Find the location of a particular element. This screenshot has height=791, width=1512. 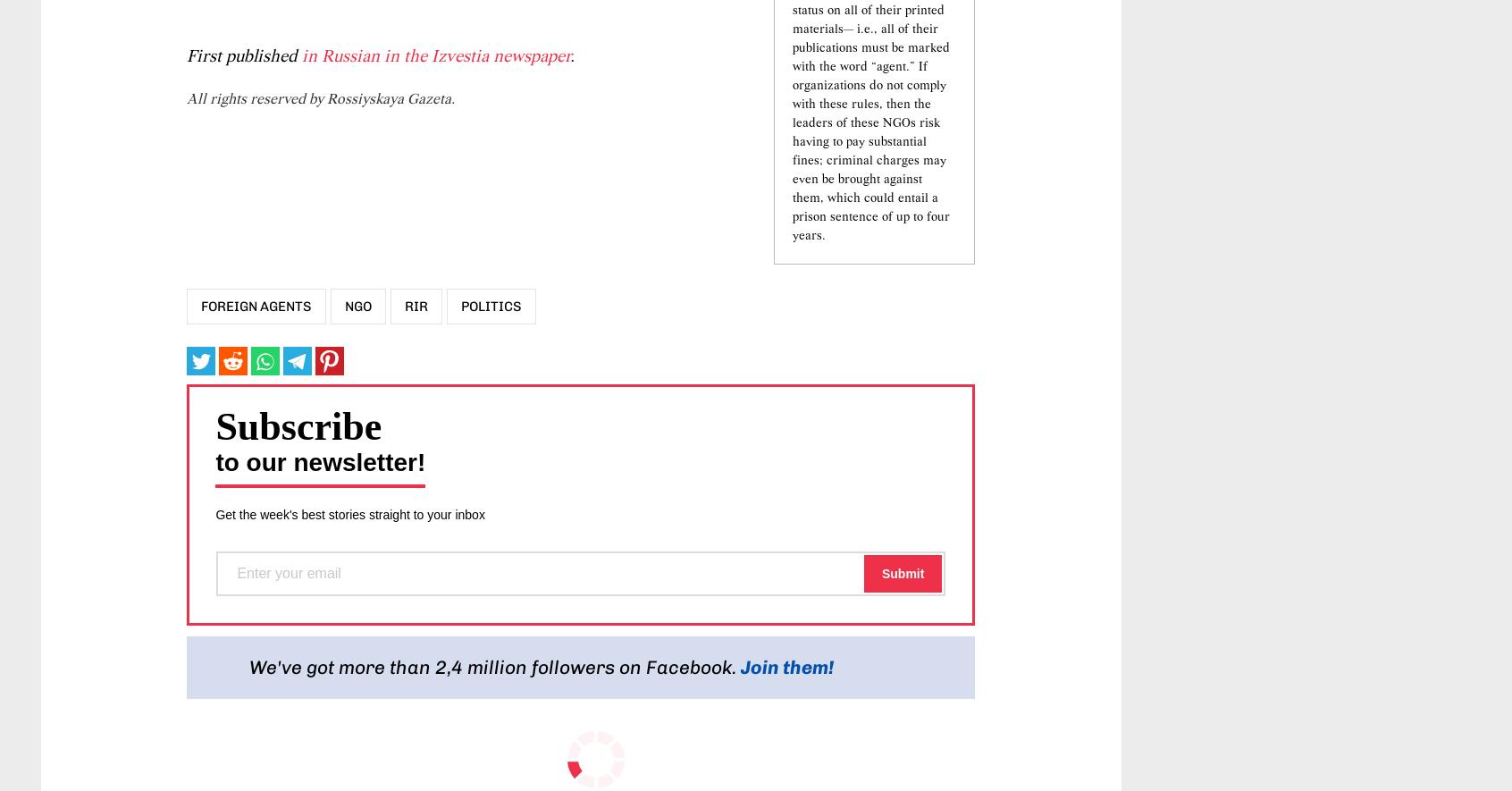

'RIR' is located at coordinates (415, 413).